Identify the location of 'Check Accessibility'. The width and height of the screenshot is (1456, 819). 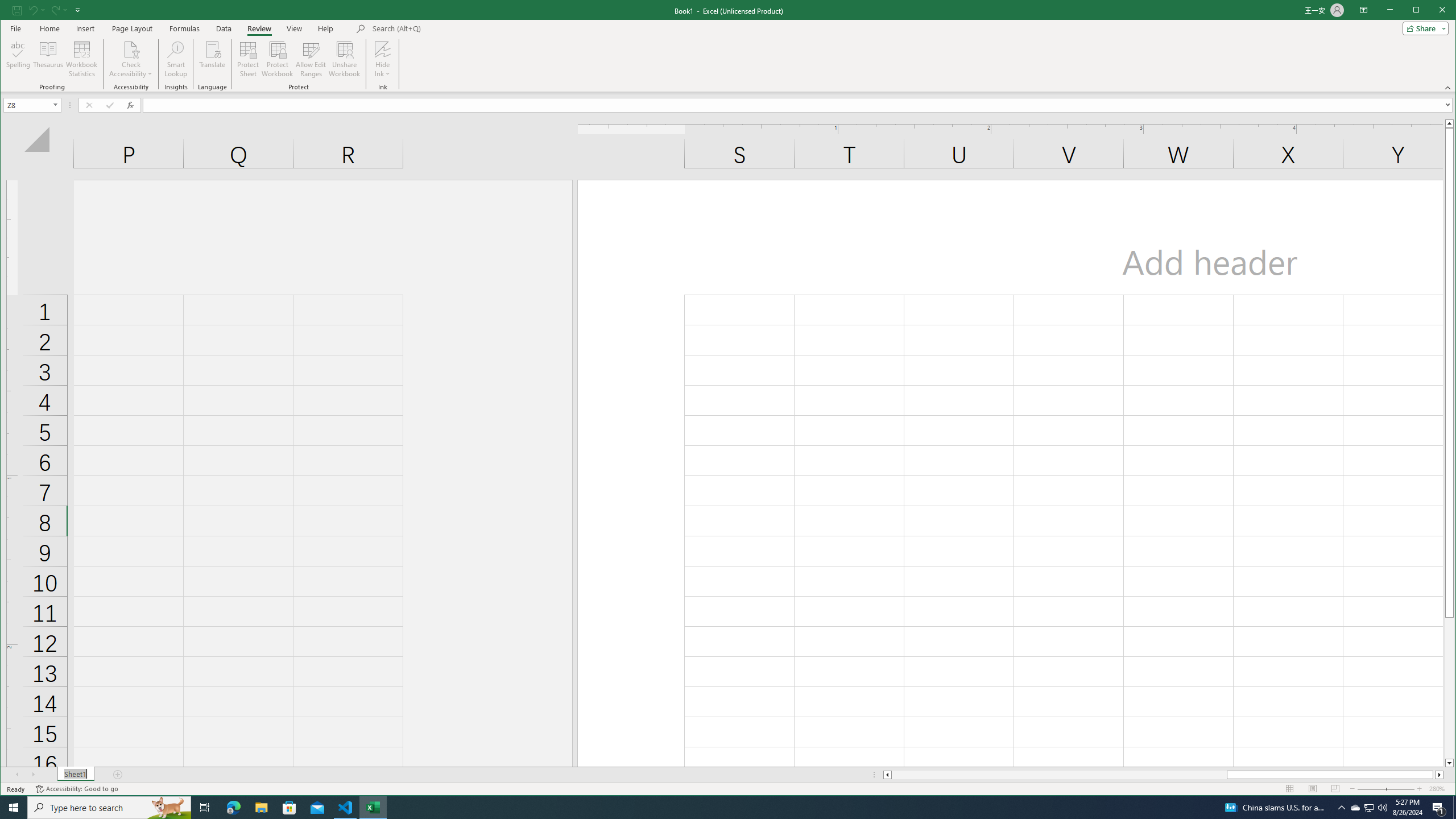
(130, 59).